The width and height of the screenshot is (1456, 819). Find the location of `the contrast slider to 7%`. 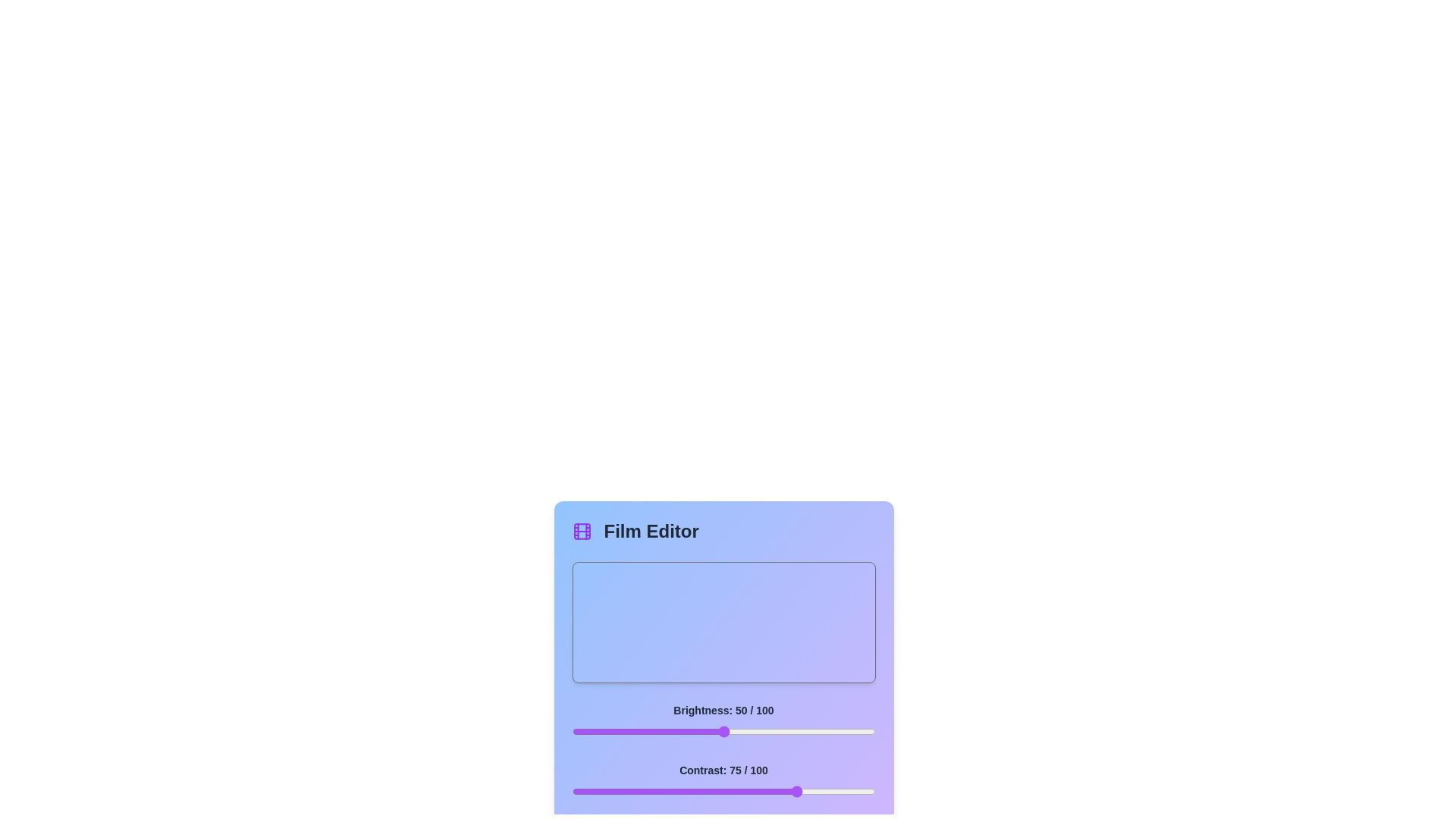

the contrast slider to 7% is located at coordinates (592, 791).